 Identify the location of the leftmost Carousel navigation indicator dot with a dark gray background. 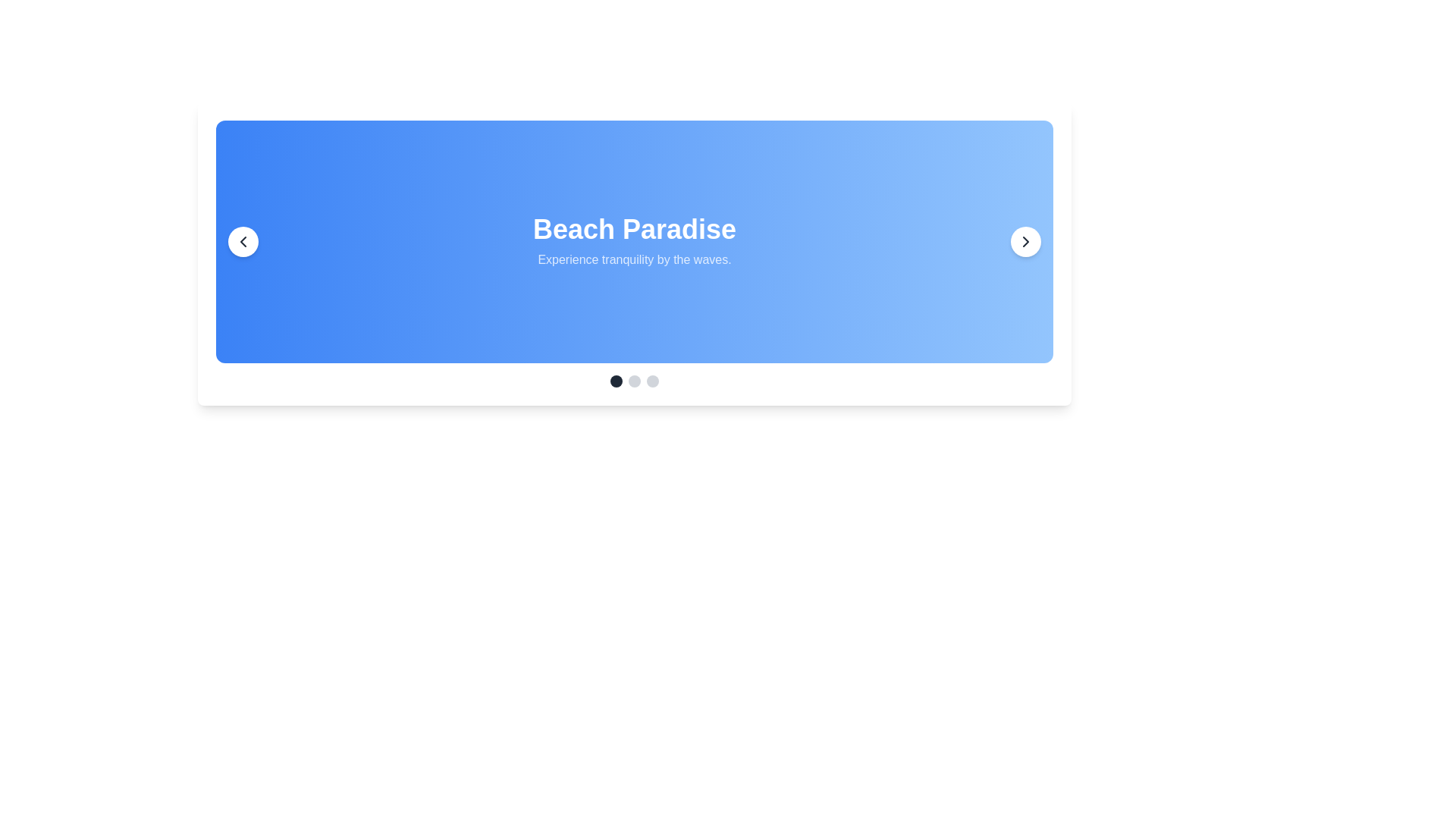
(616, 380).